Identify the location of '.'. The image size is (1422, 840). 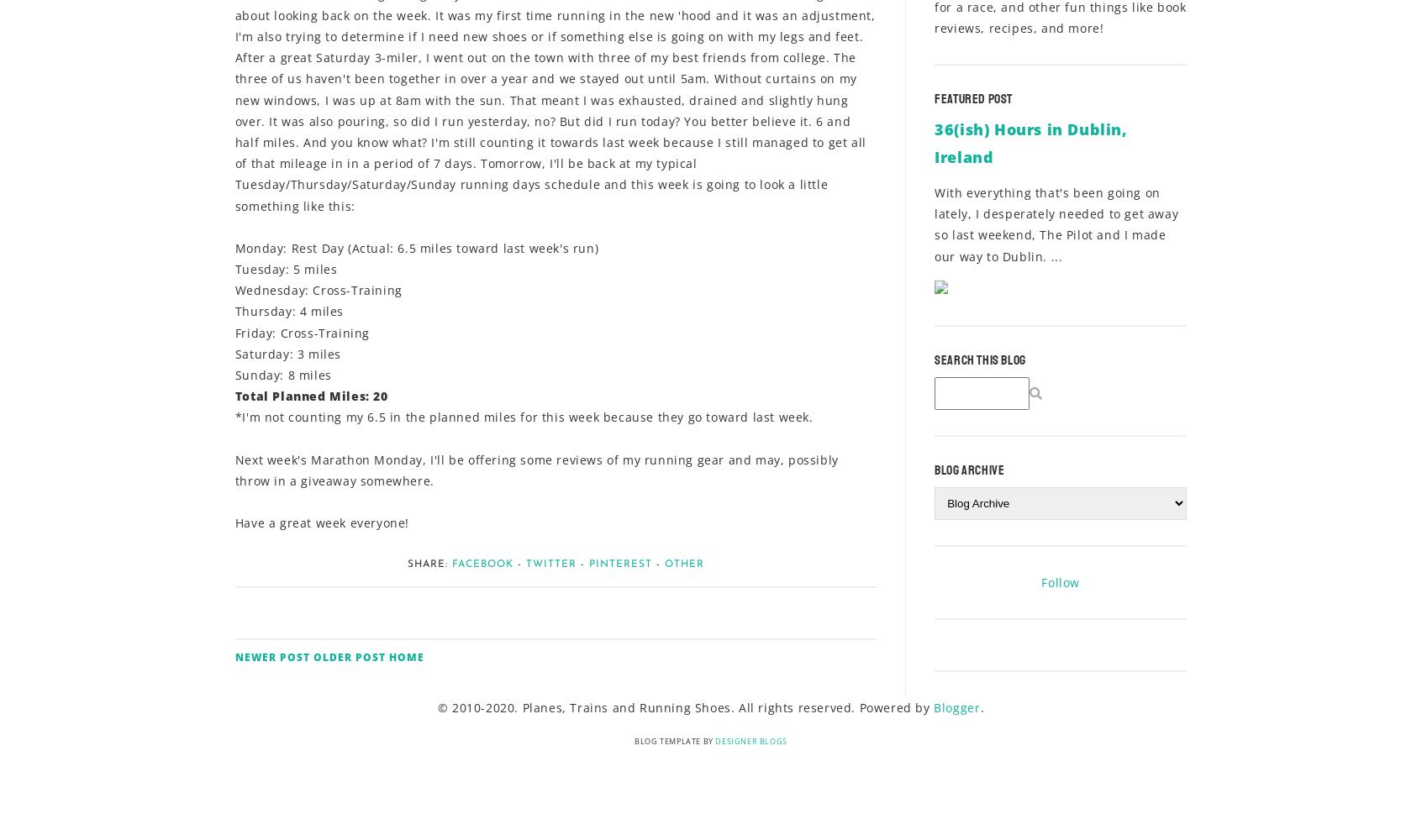
(981, 706).